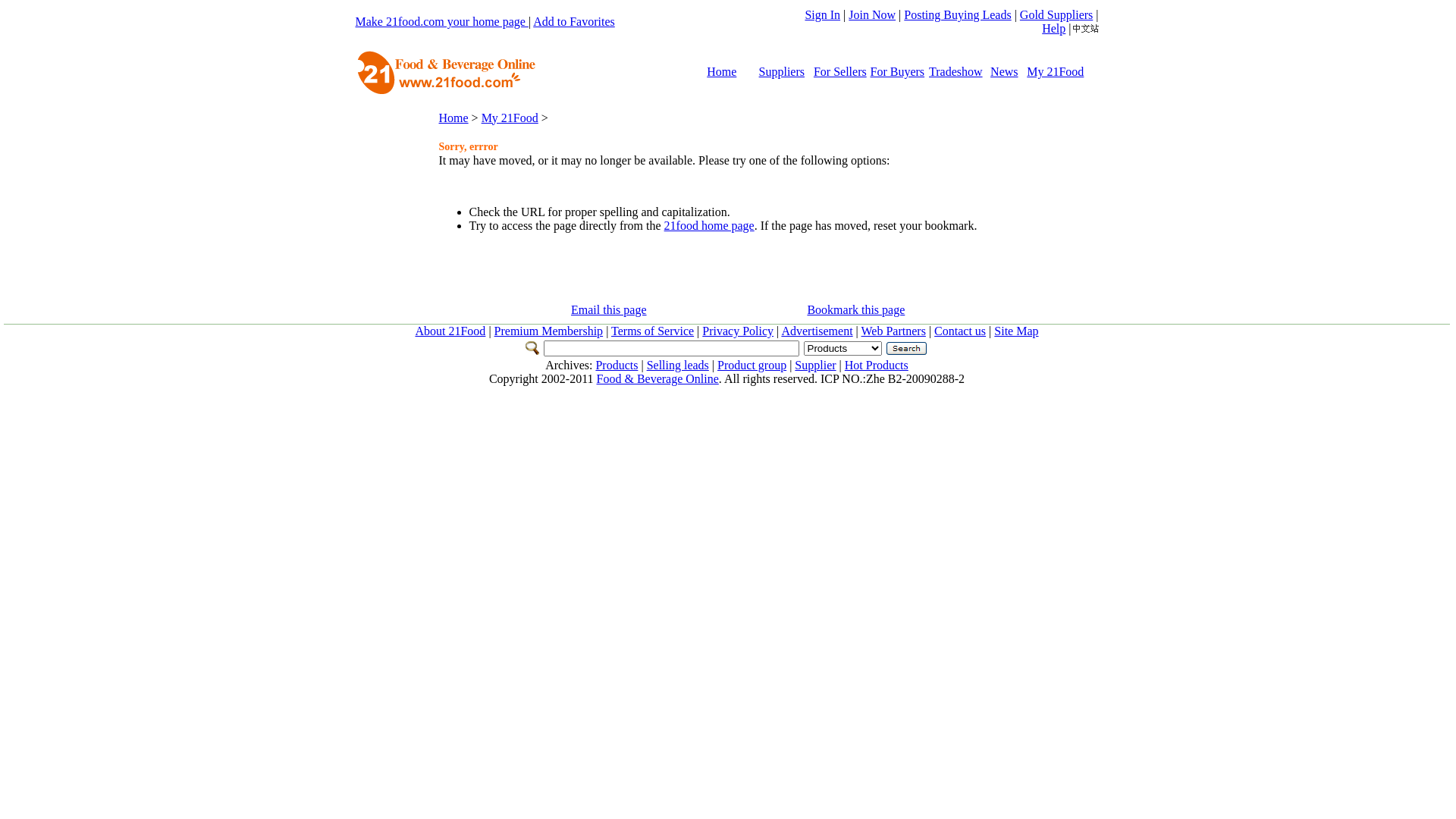 Image resolution: width=1456 pixels, height=819 pixels. I want to click on 'Add to Favorites', so click(573, 21).